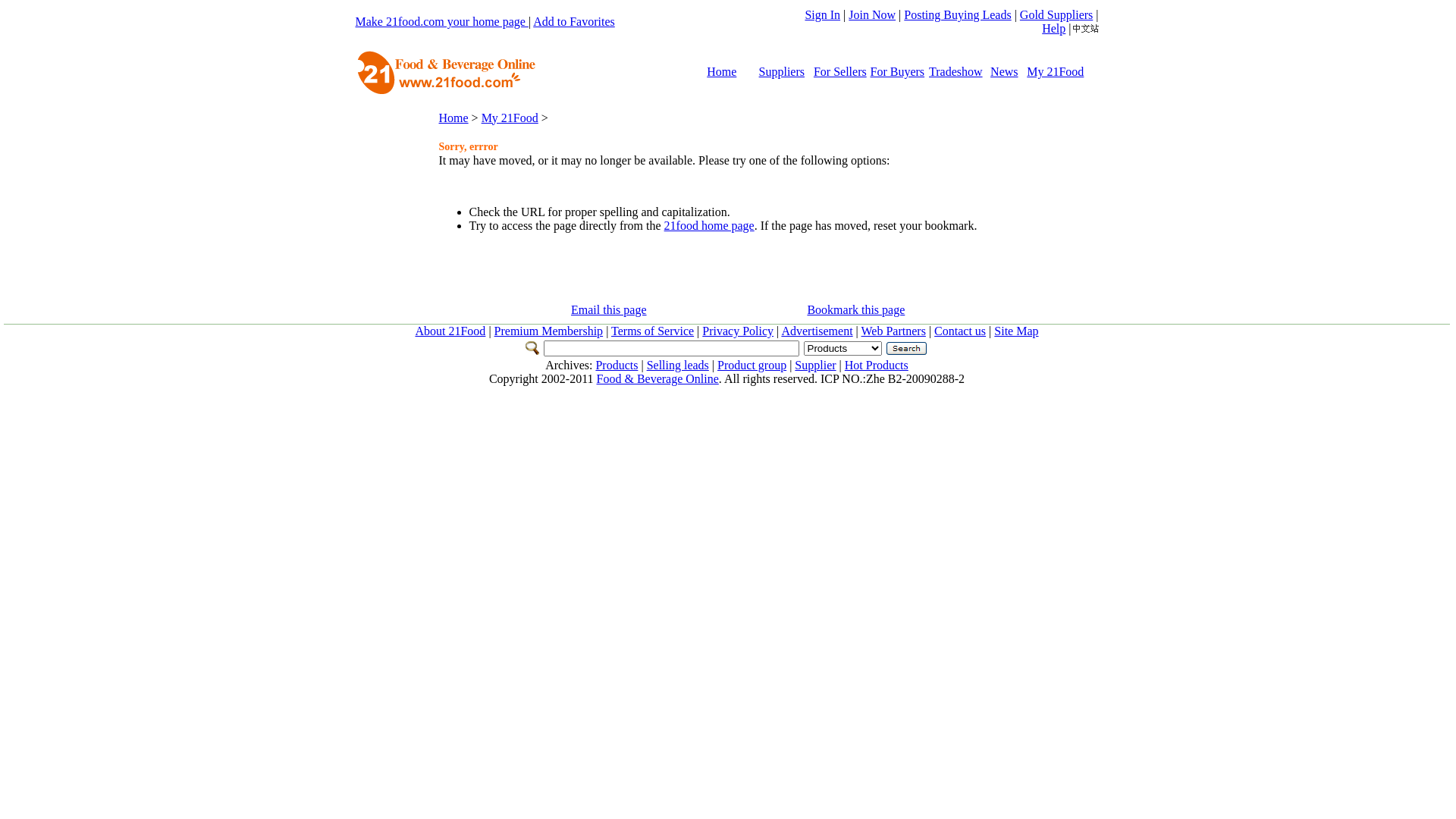 Image resolution: width=1456 pixels, height=819 pixels. I want to click on 'Add to Favorites', so click(573, 21).